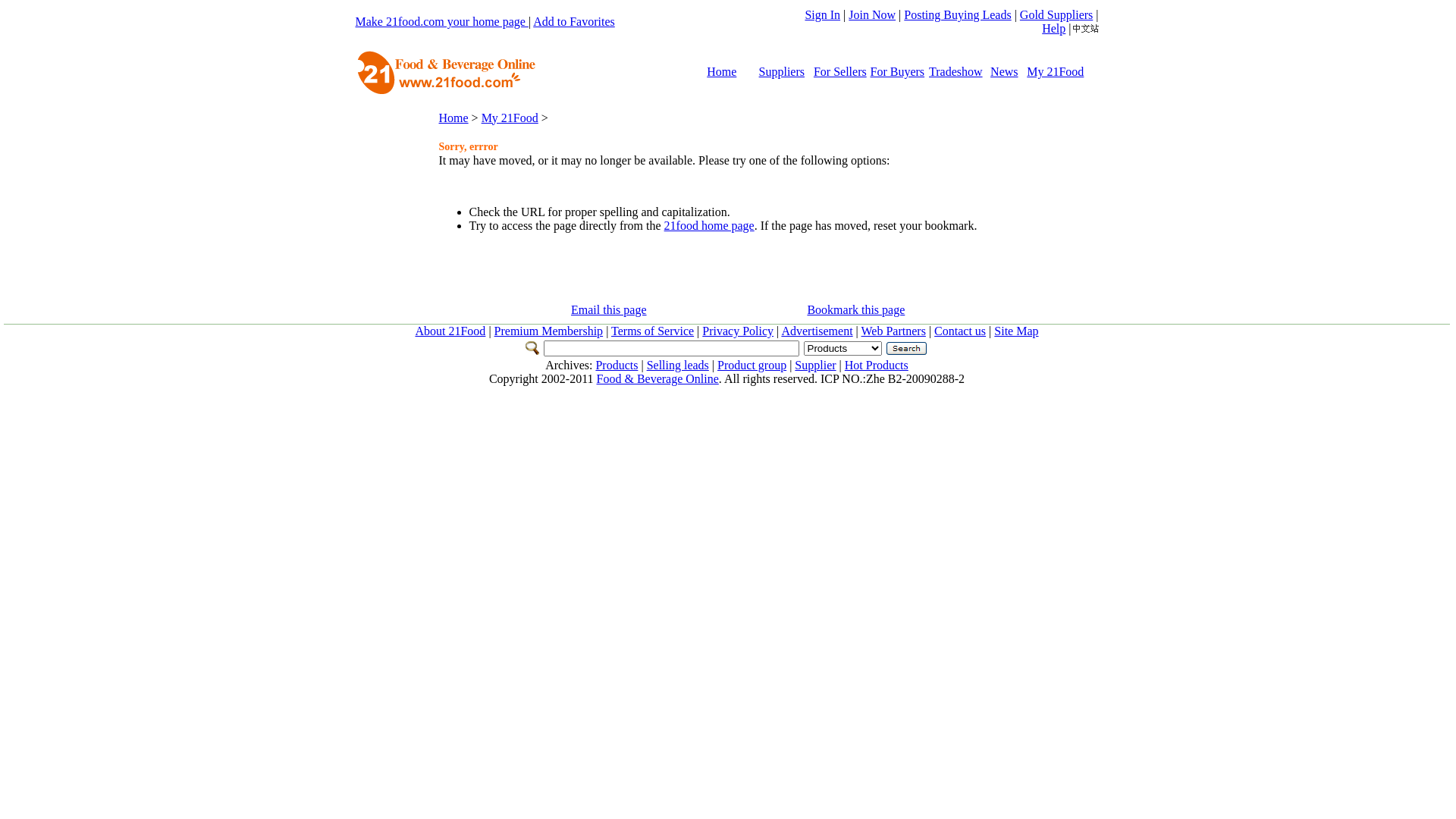 Image resolution: width=1456 pixels, height=819 pixels. I want to click on 'Add to Favorites', so click(573, 21).